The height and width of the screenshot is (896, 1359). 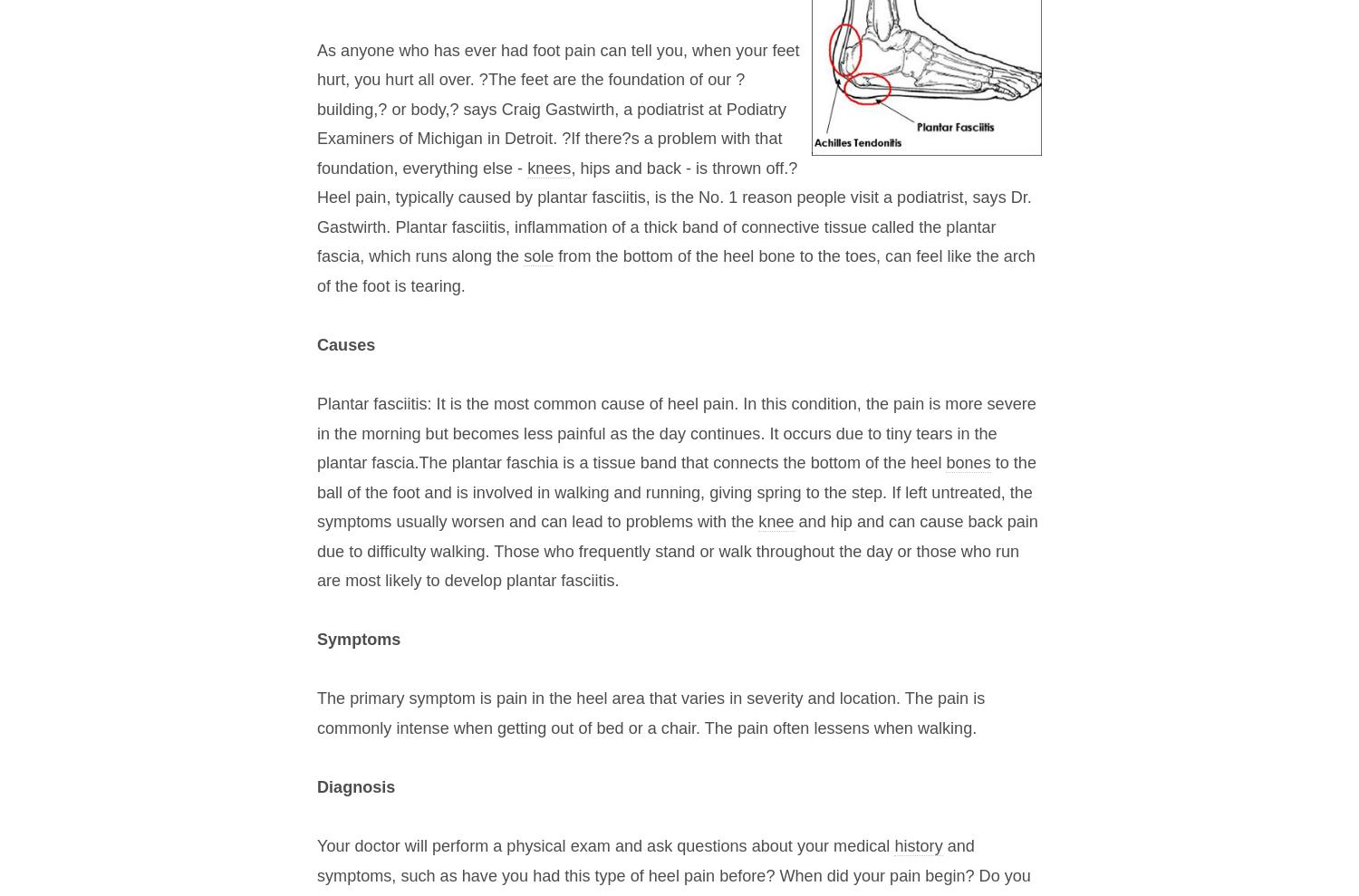 What do you see at coordinates (537, 255) in the screenshot?
I see `'sole'` at bounding box center [537, 255].